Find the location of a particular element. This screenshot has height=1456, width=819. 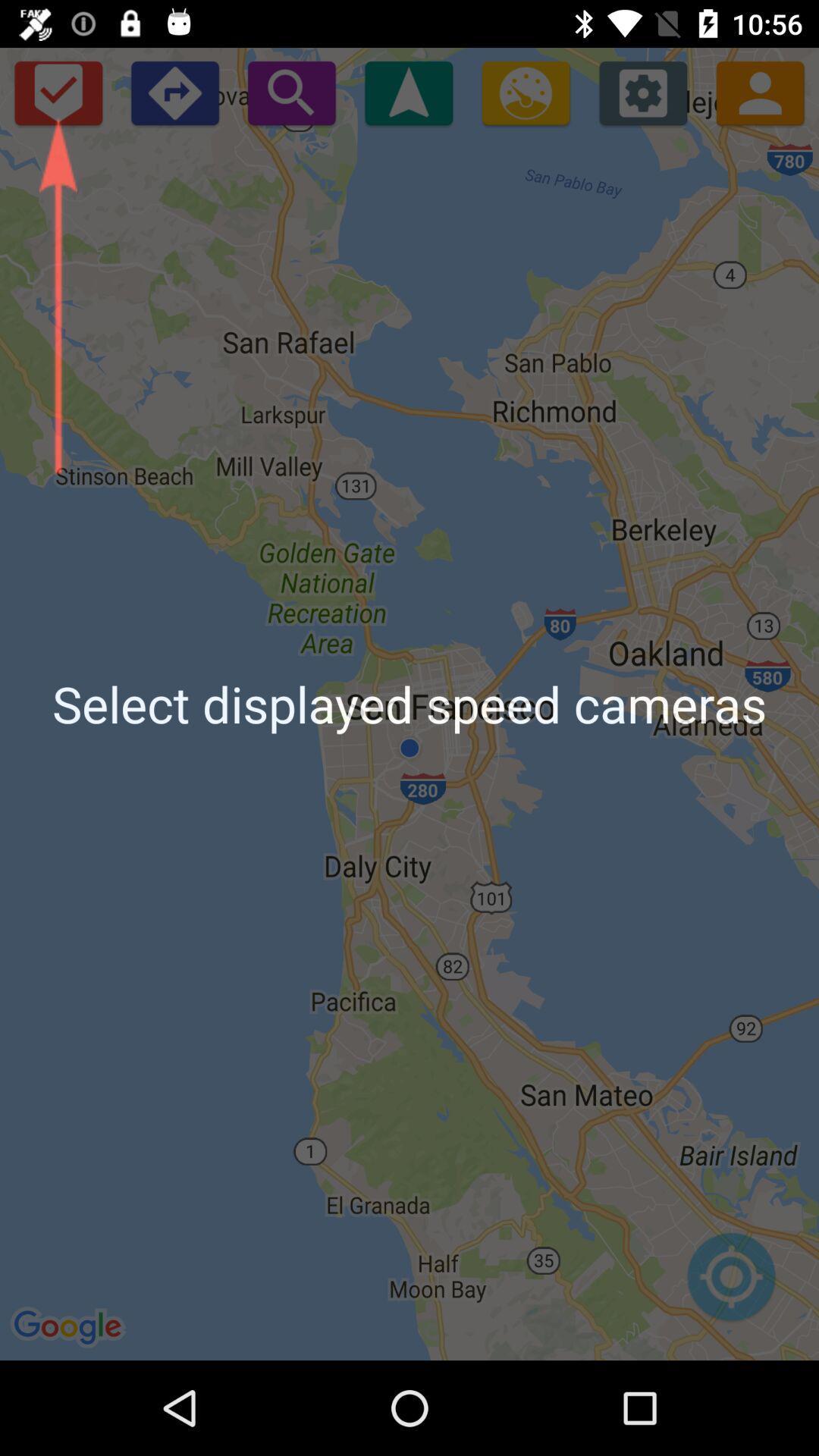

the item above the select displayed speed icon is located at coordinates (291, 92).